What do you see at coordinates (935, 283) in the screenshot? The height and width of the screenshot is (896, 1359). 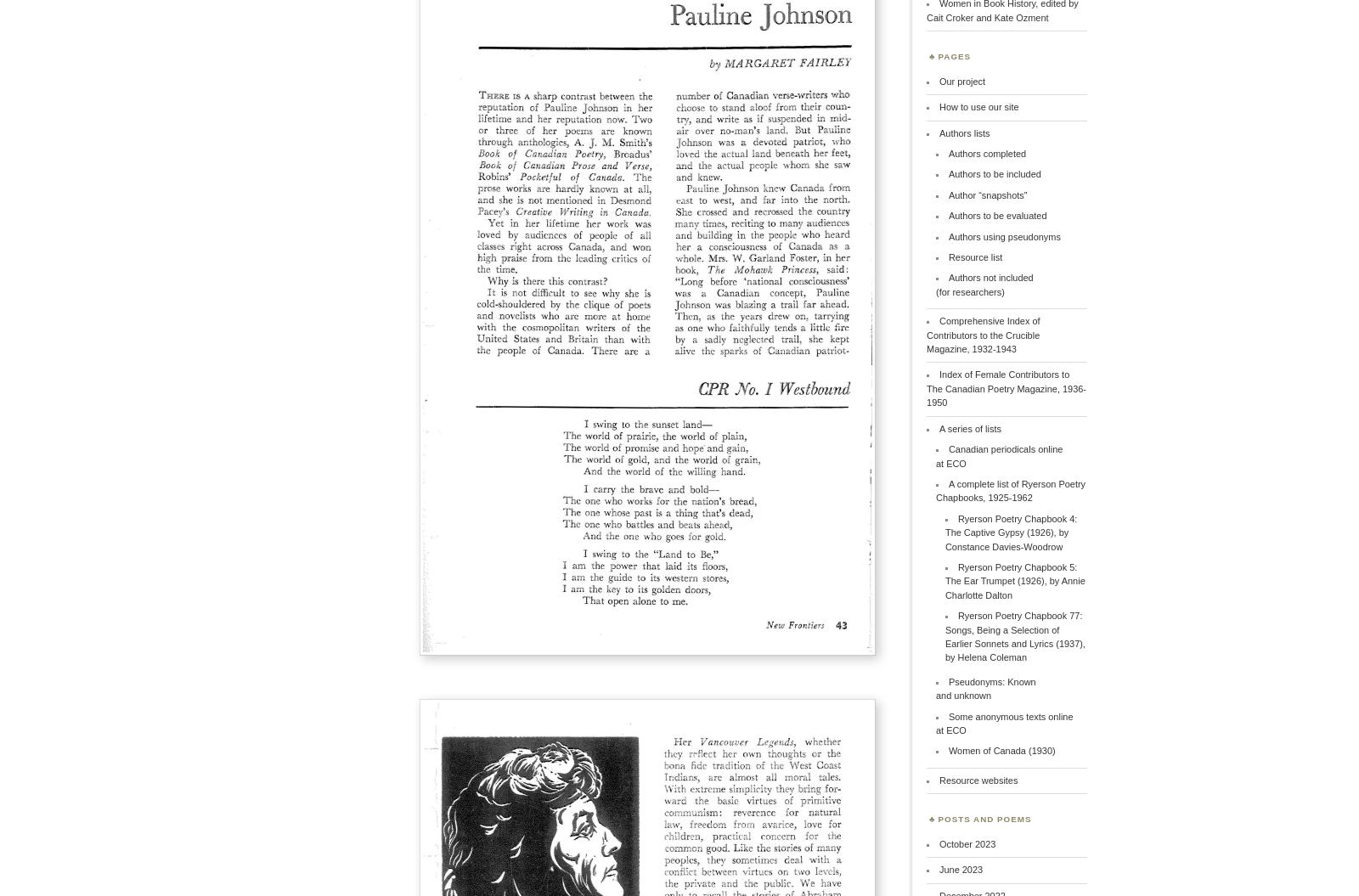 I see `'Authors not included (for researchers)'` at bounding box center [935, 283].